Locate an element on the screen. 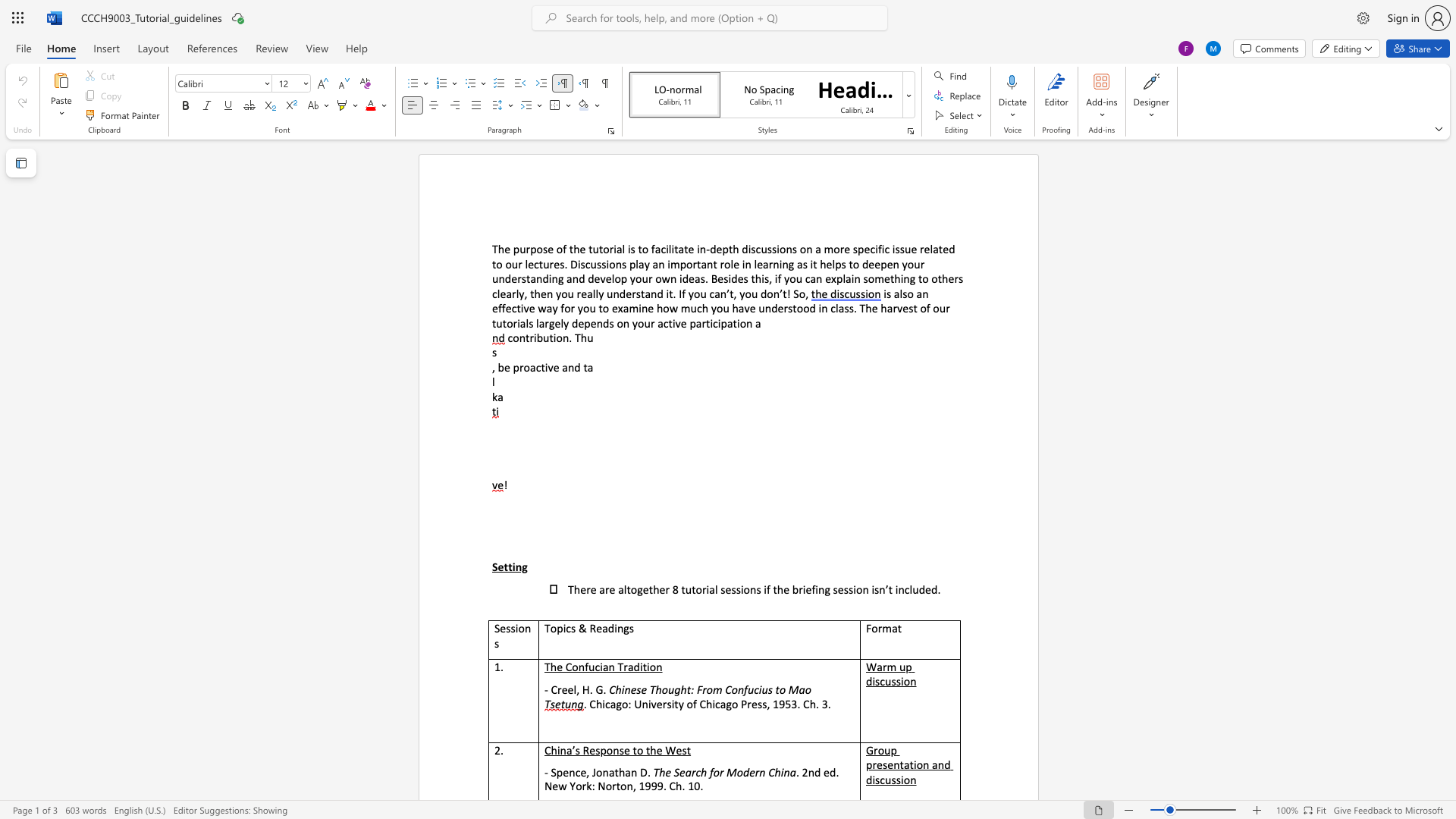  the 1th character "r" in the text is located at coordinates (652, 322).